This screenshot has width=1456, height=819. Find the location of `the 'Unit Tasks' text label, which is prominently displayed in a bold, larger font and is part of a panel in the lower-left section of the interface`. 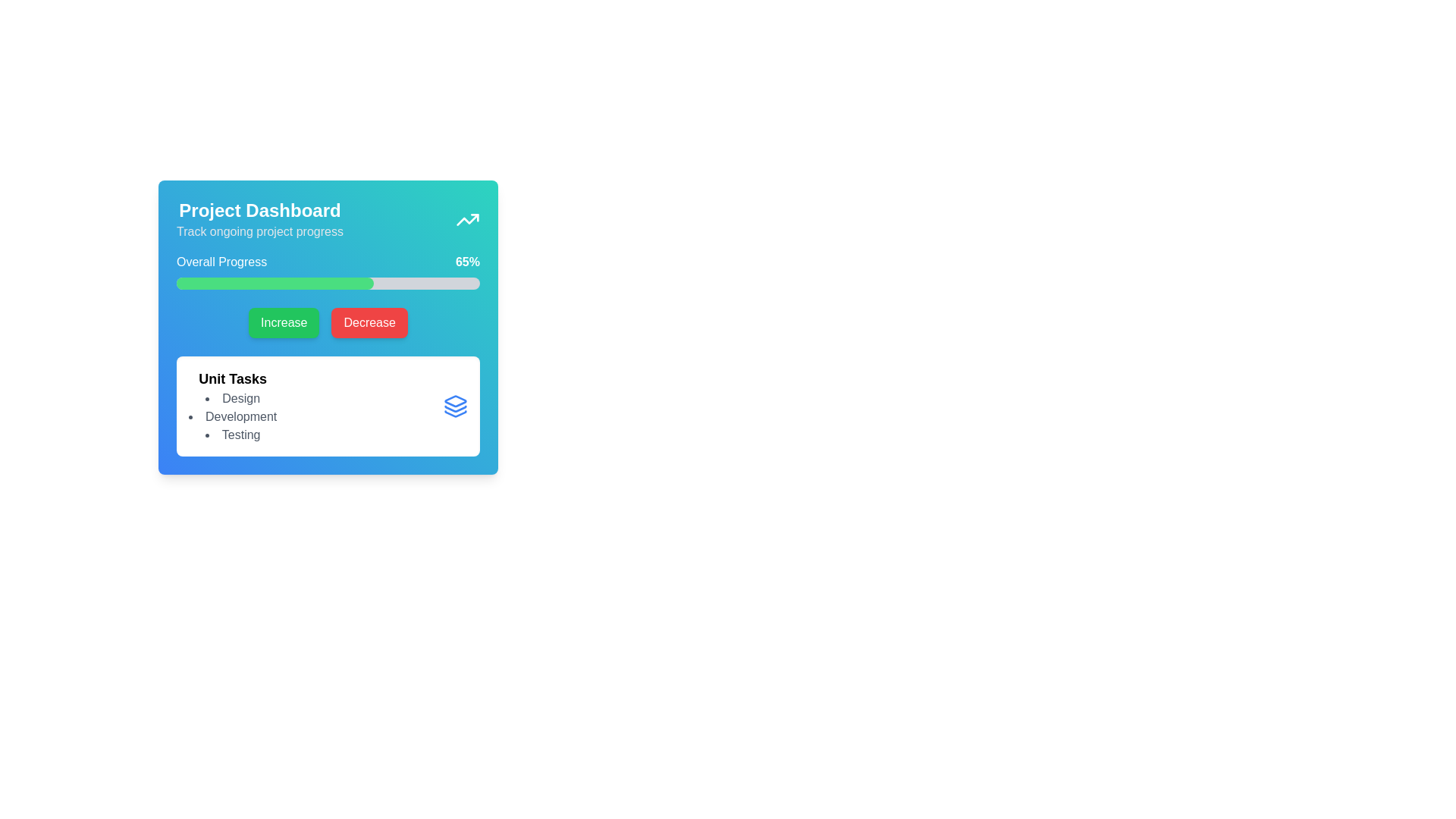

the 'Unit Tasks' text label, which is prominently displayed in a bold, larger font and is part of a panel in the lower-left section of the interface is located at coordinates (232, 378).